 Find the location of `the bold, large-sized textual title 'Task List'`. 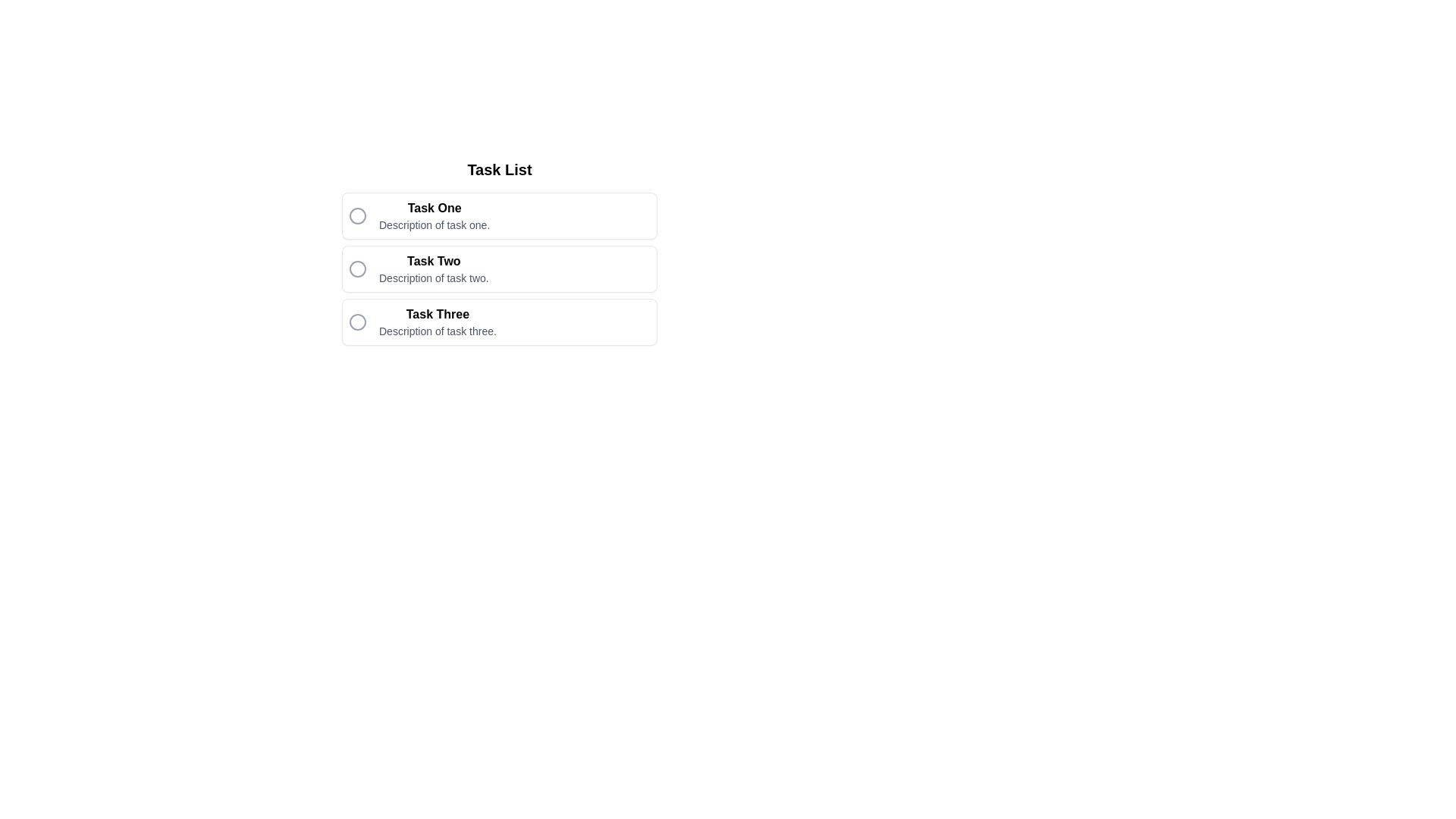

the bold, large-sized textual title 'Task List' is located at coordinates (499, 169).